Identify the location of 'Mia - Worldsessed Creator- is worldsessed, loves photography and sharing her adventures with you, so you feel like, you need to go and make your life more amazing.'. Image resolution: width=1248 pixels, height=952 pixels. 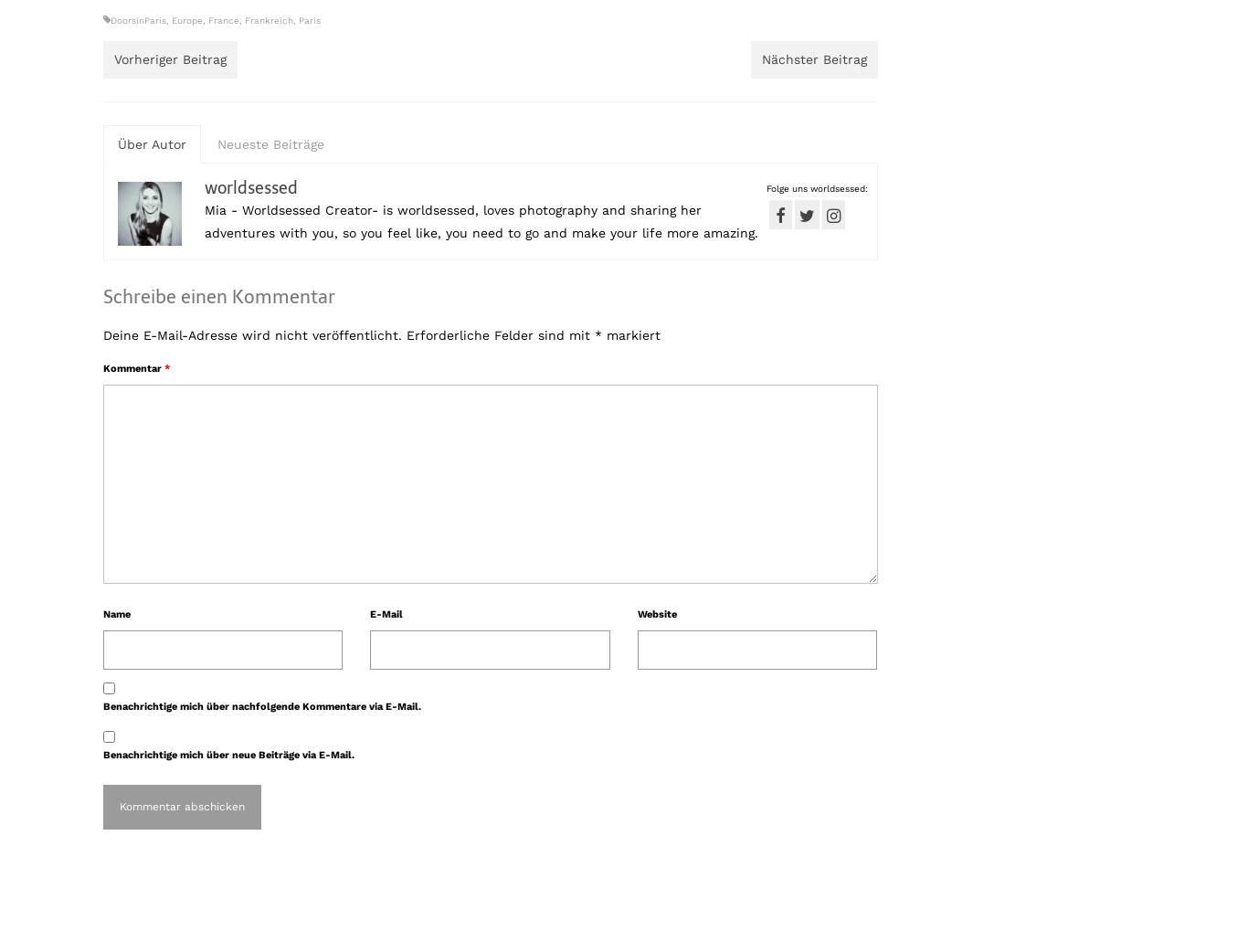
(204, 220).